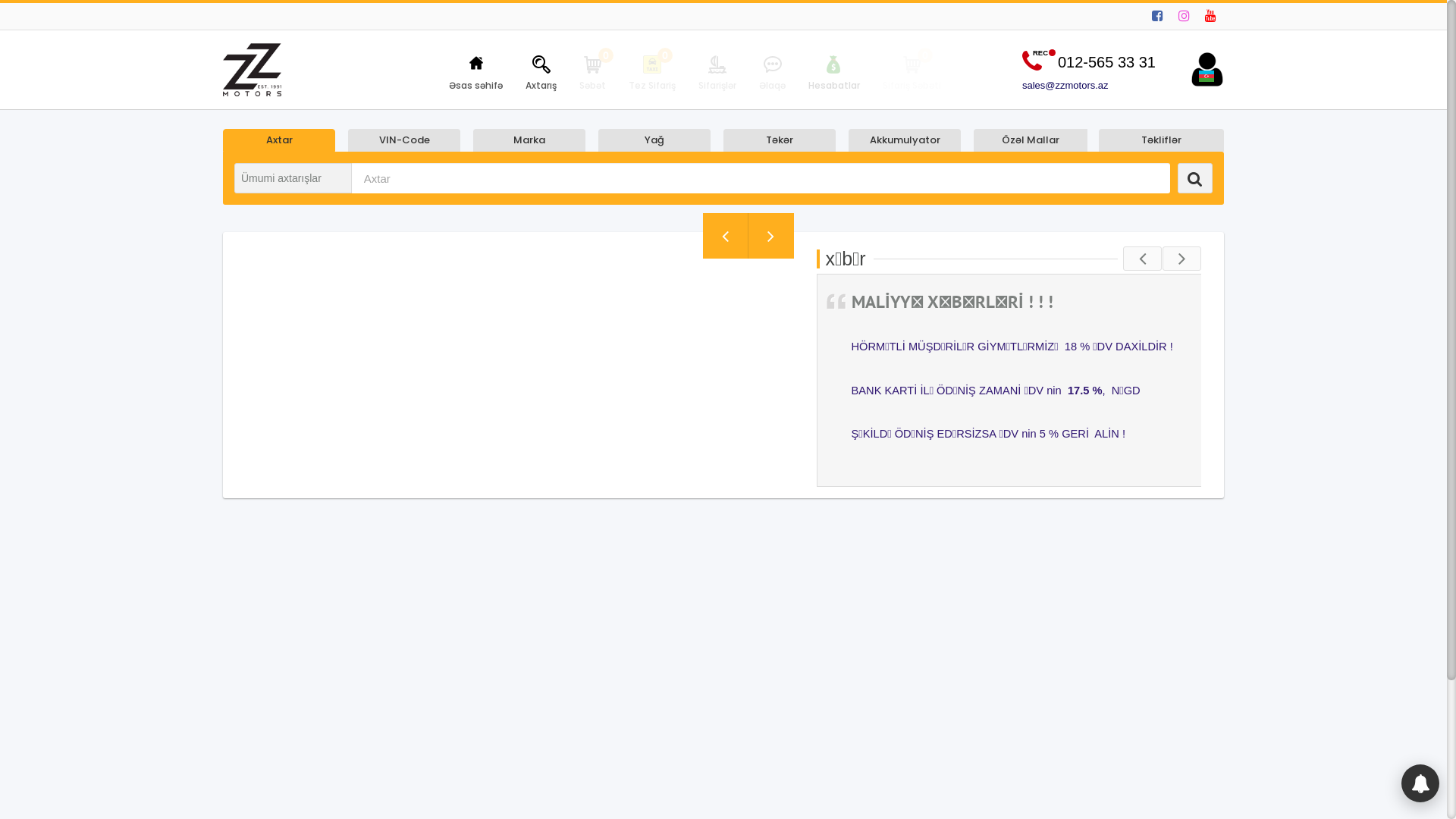 The width and height of the screenshot is (1456, 819). I want to click on 'sales@zzmotors.az', so click(1087, 85).